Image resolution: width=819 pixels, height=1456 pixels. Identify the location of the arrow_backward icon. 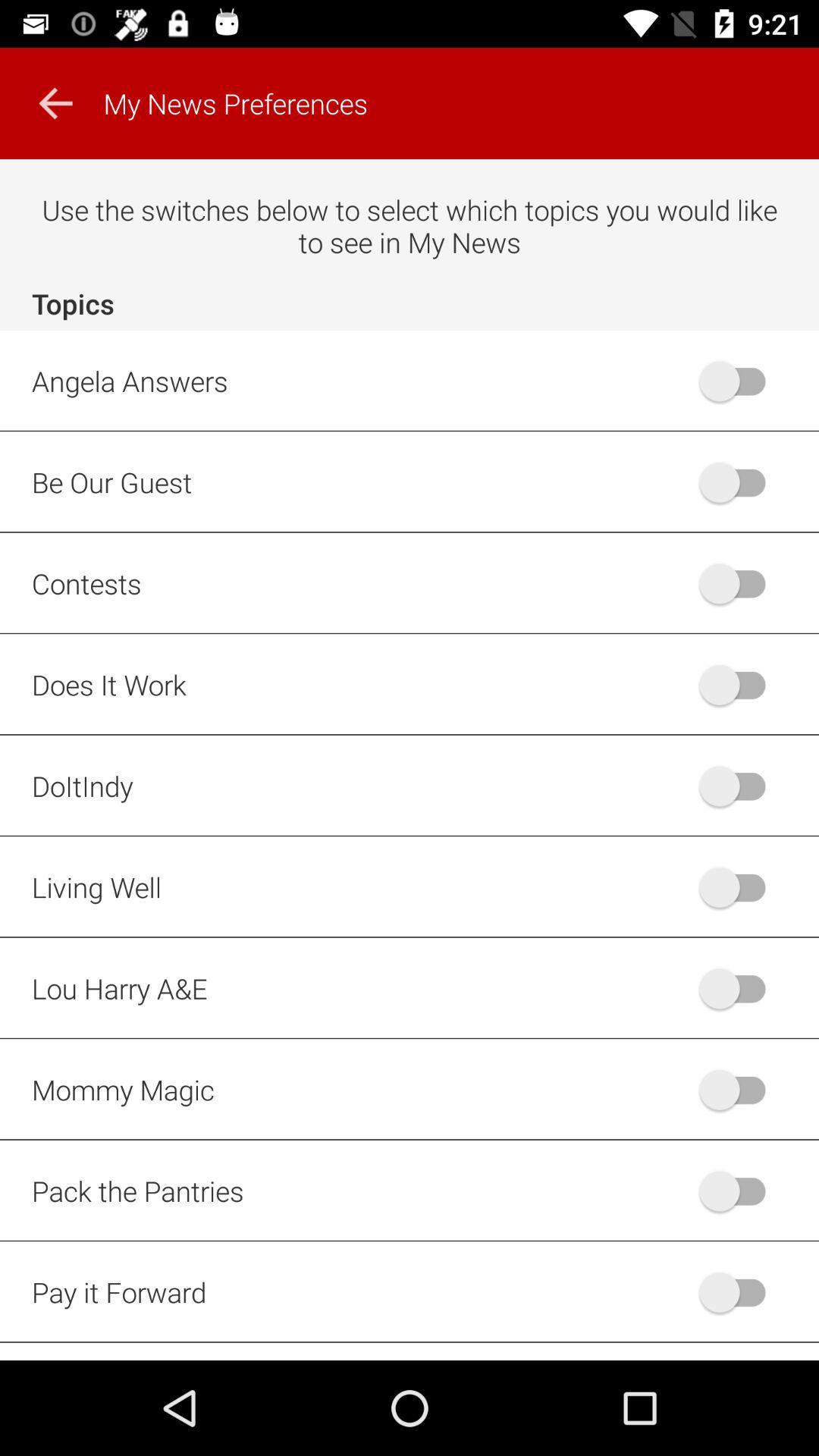
(55, 102).